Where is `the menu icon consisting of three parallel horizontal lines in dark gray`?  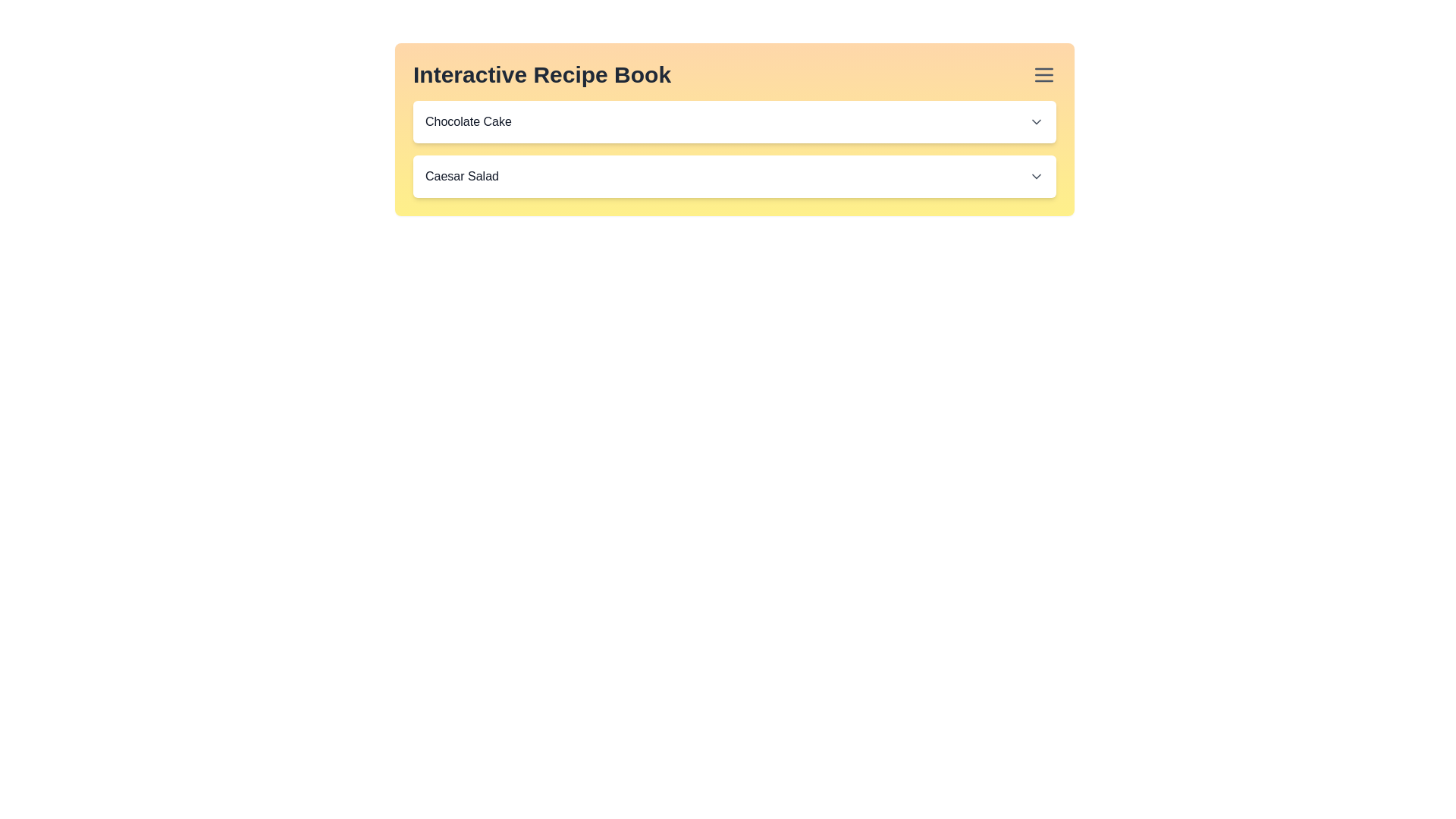 the menu icon consisting of three parallel horizontal lines in dark gray is located at coordinates (1043, 75).